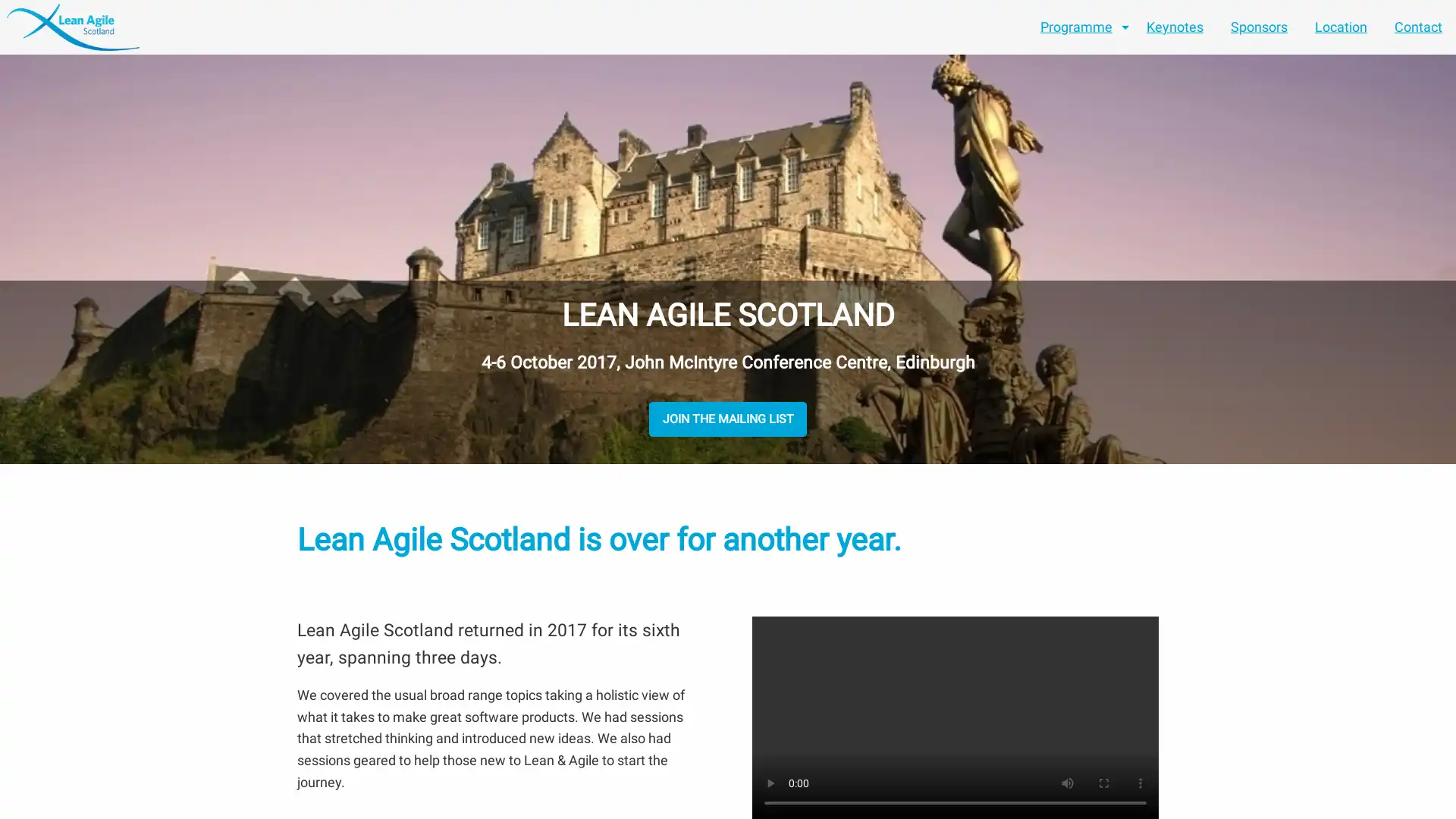 Image resolution: width=1456 pixels, height=819 pixels. Describe the element at coordinates (770, 783) in the screenshot. I see `play` at that location.